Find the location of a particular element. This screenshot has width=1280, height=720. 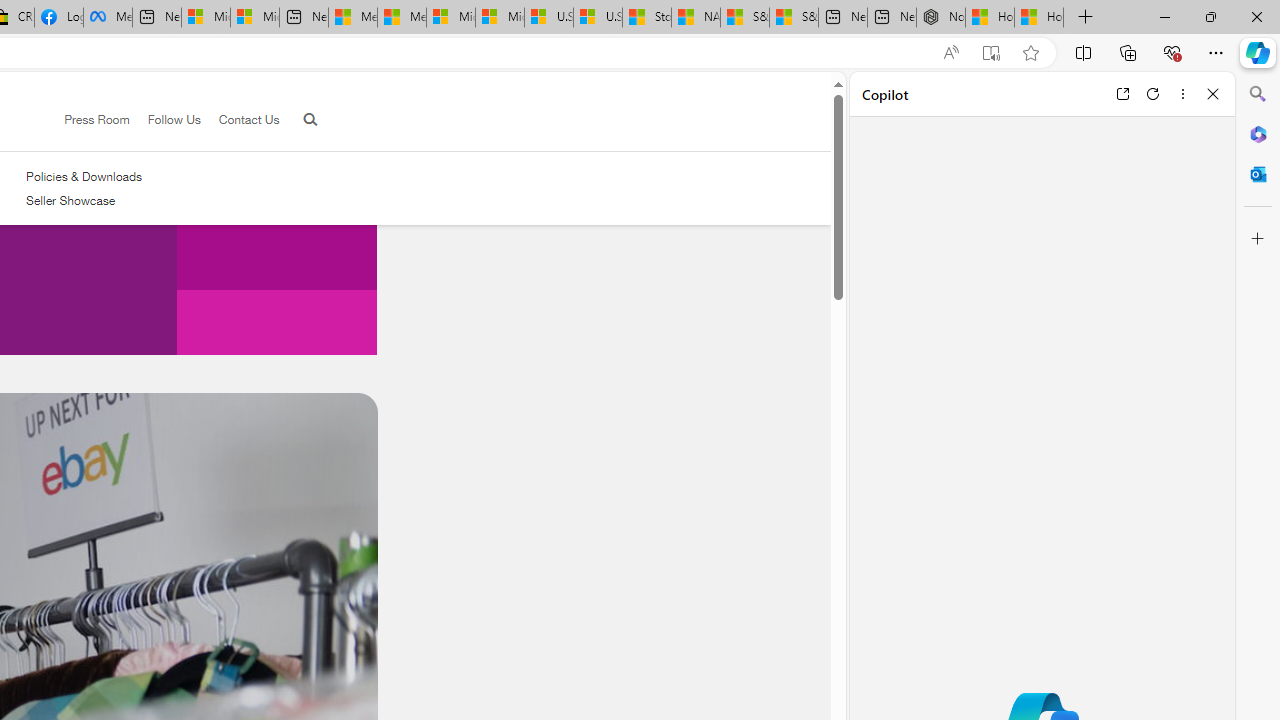

'Split screen' is located at coordinates (1082, 51).